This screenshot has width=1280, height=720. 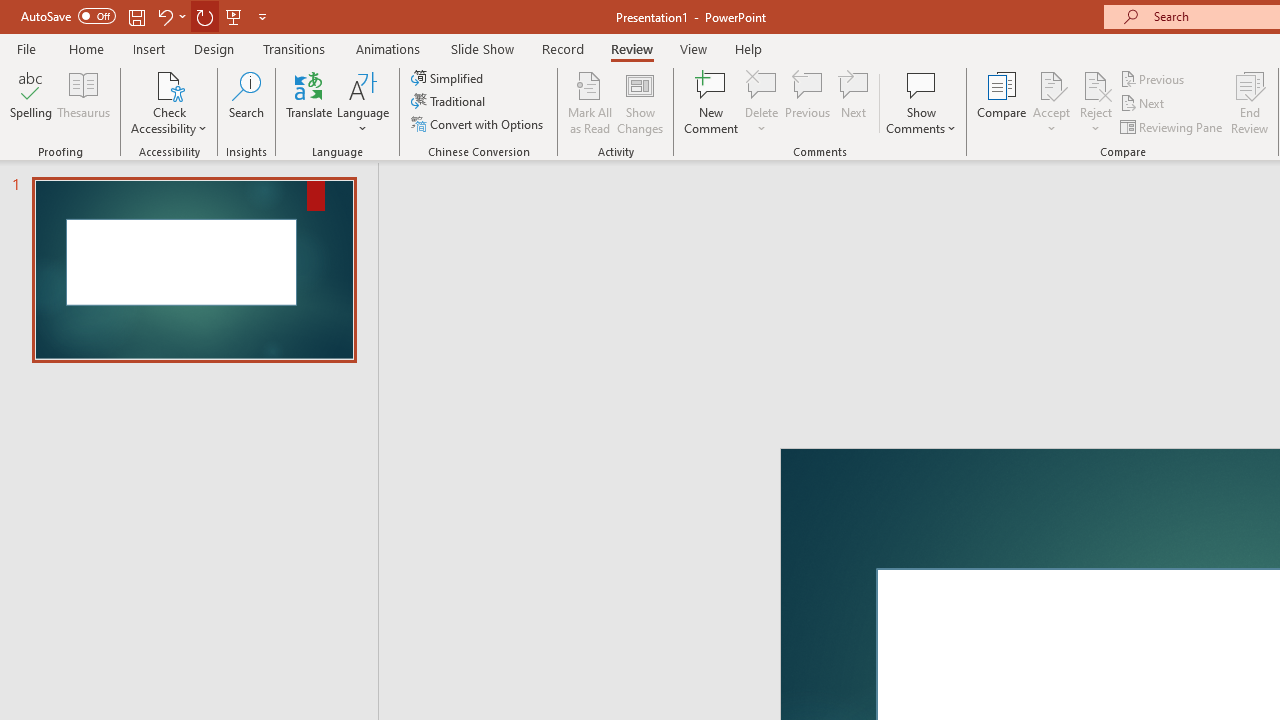 What do you see at coordinates (1095, 103) in the screenshot?
I see `'Reject'` at bounding box center [1095, 103].